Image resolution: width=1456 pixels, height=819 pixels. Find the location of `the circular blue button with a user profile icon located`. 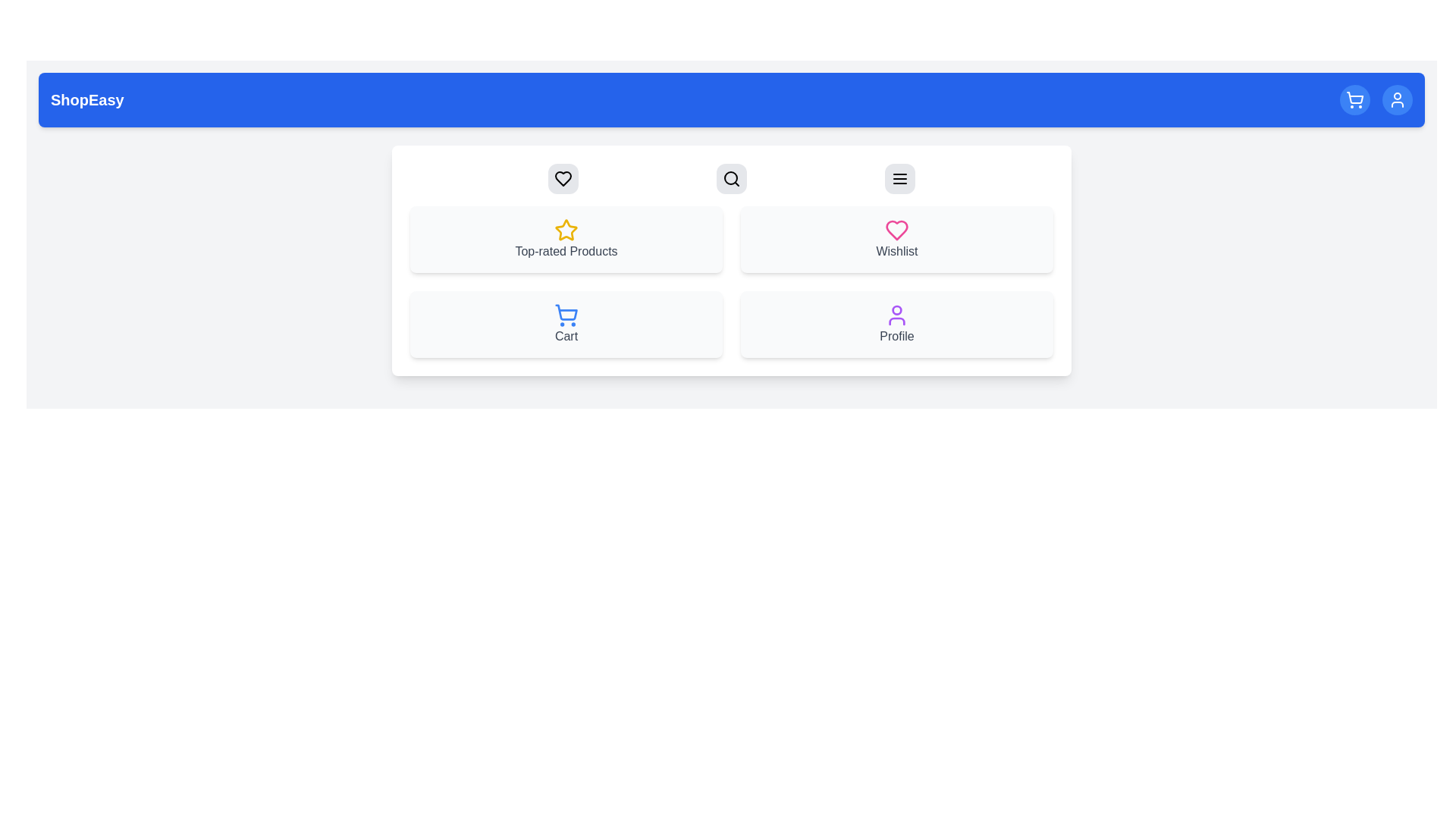

the circular blue button with a user profile icon located is located at coordinates (1397, 99).